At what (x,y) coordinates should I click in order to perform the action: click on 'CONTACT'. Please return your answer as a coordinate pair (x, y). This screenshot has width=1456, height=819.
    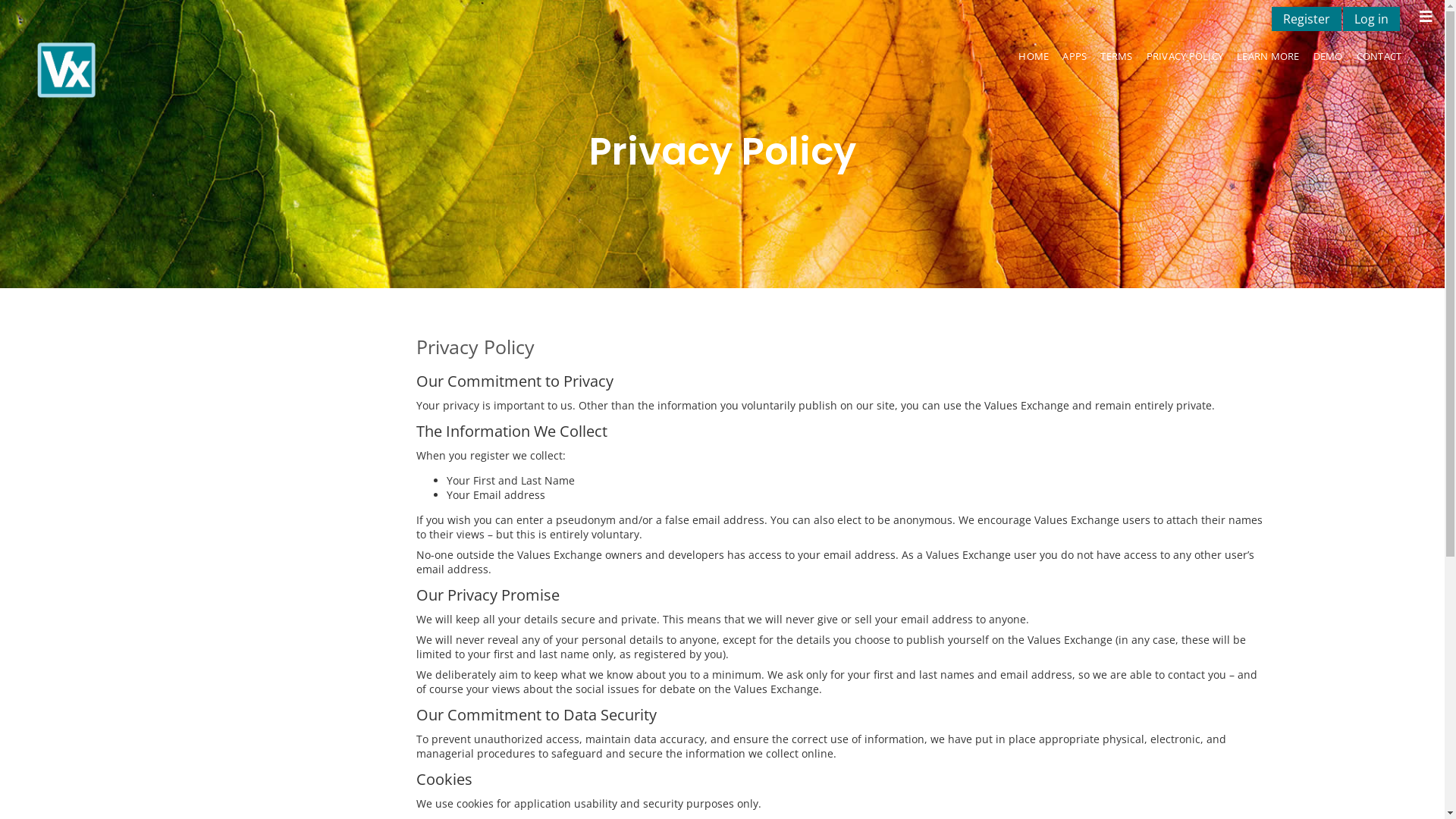
    Looking at the image, I should click on (1379, 55).